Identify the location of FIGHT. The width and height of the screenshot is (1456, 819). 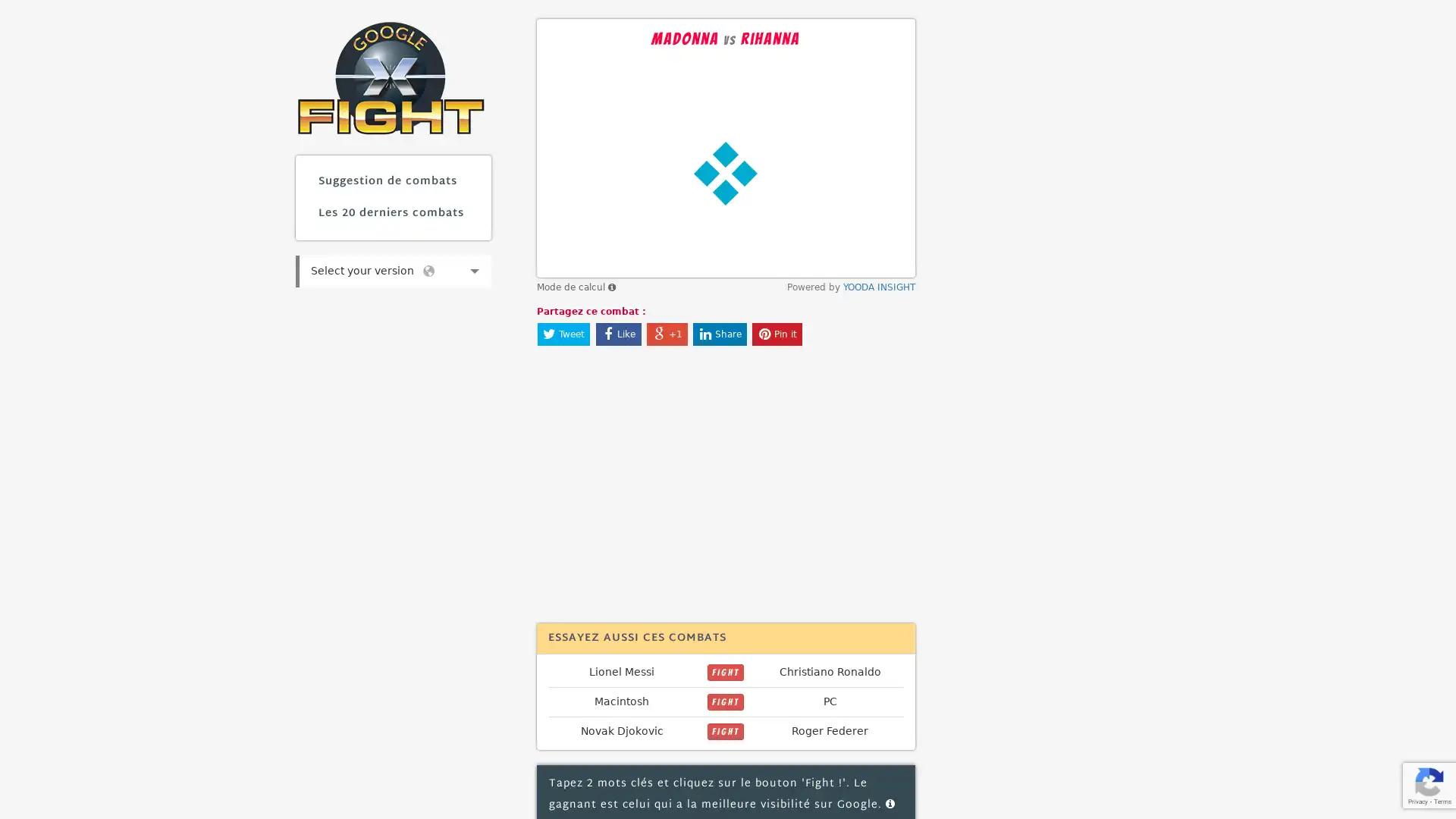
(724, 701).